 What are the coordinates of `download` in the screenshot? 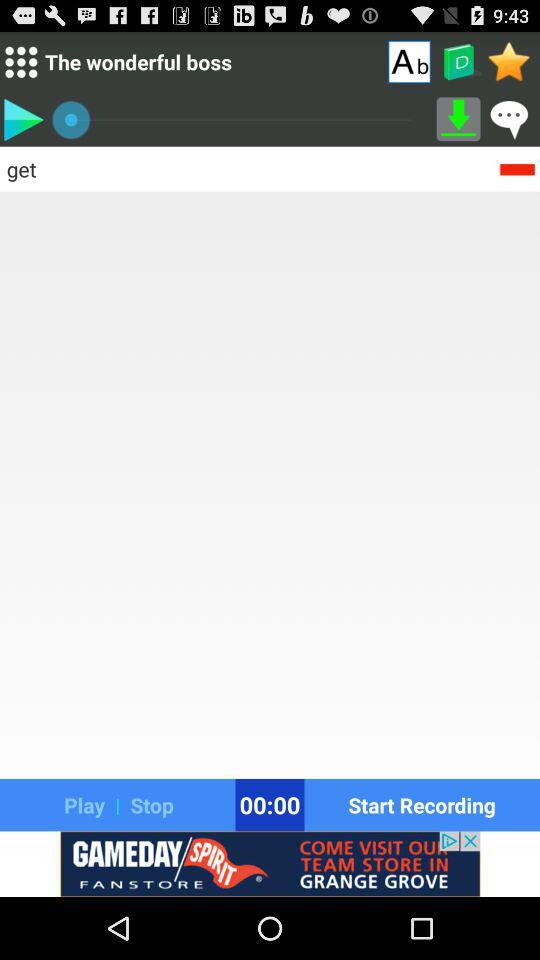 It's located at (458, 119).